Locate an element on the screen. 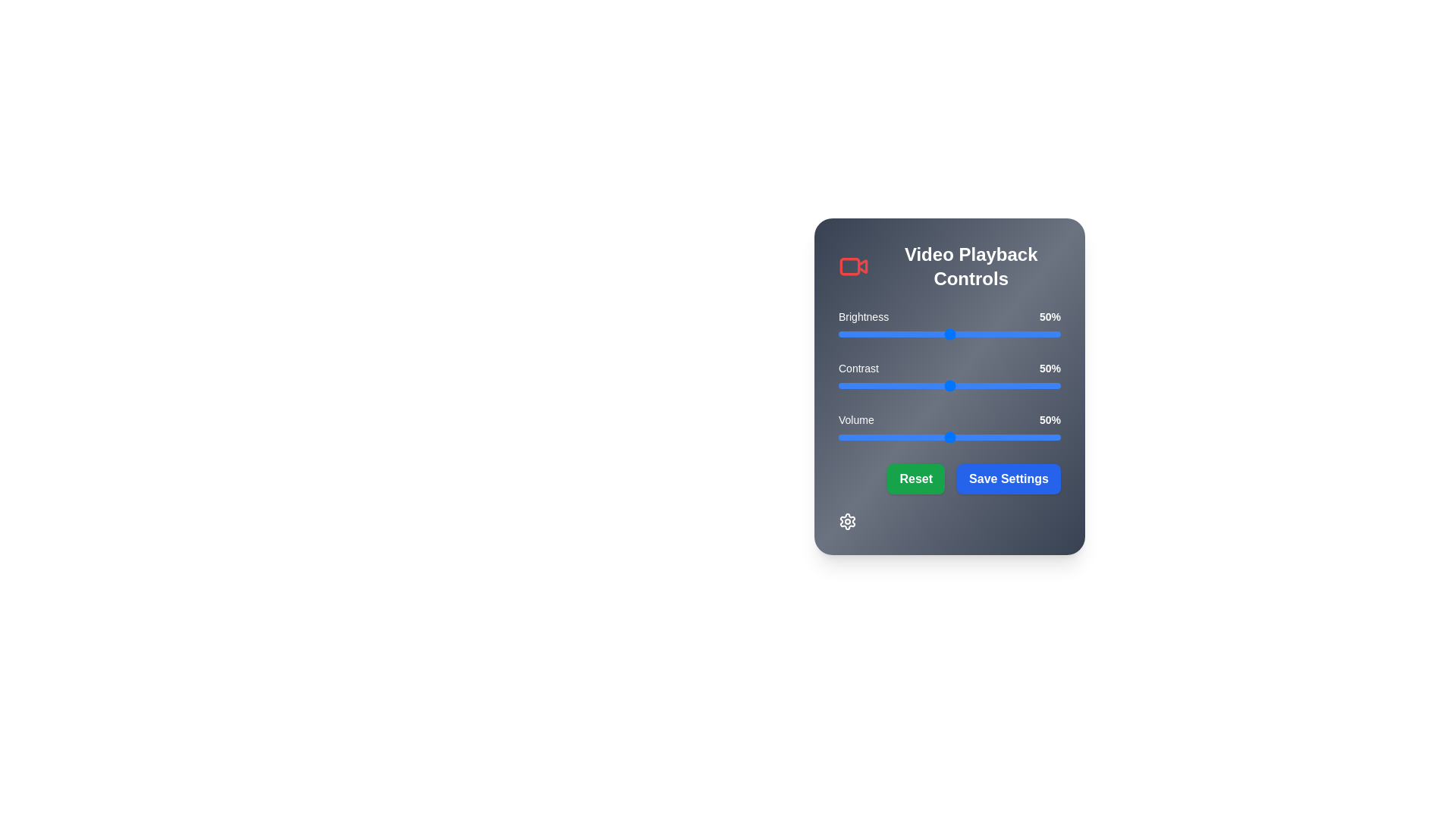 This screenshot has width=1456, height=819. the reset settings button located in the bottom-left corner of the 'Video Playback Controls' card is located at coordinates (915, 479).